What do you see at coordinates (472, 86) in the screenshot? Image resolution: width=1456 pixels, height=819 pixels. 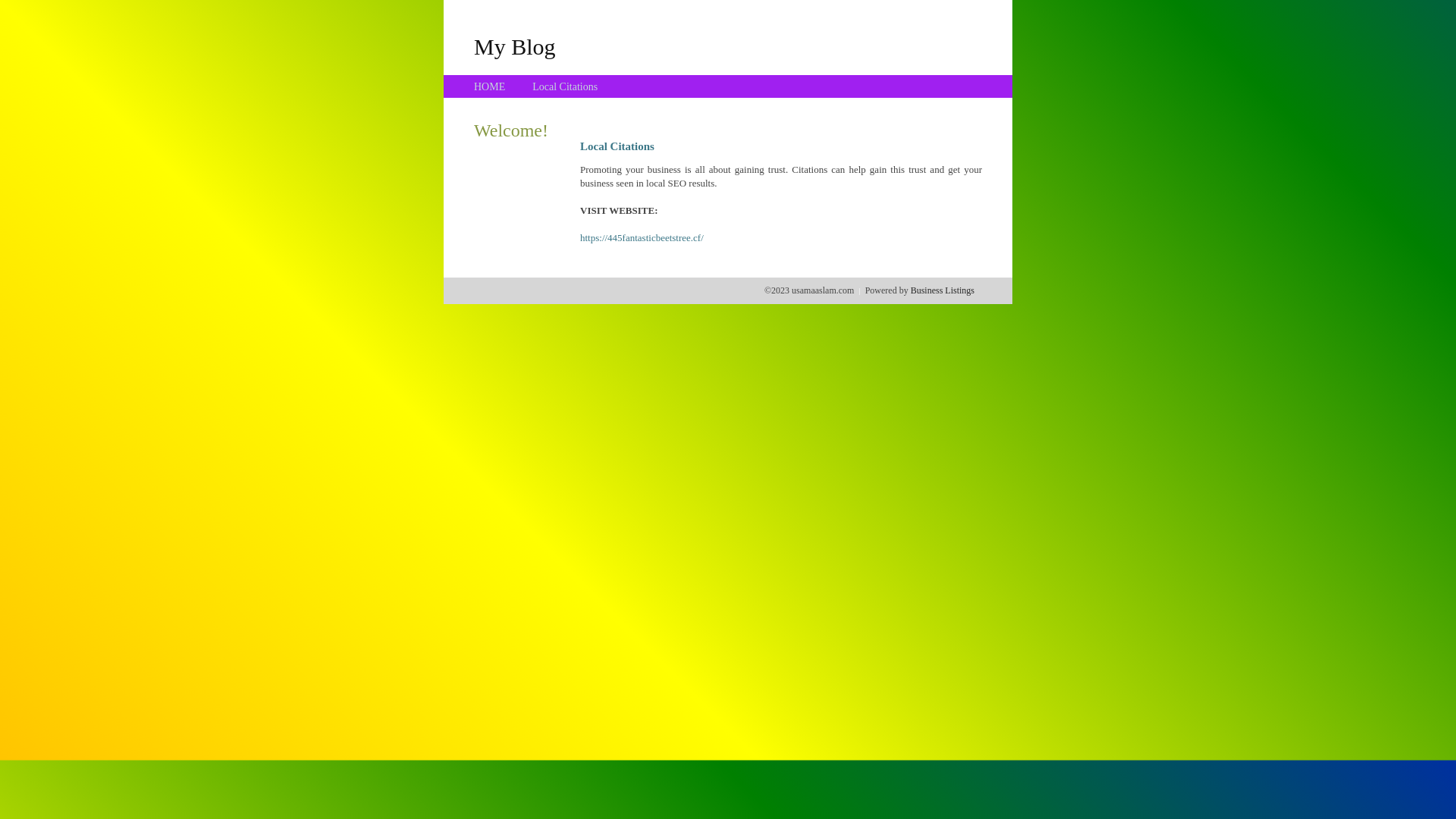 I see `'HOME'` at bounding box center [472, 86].